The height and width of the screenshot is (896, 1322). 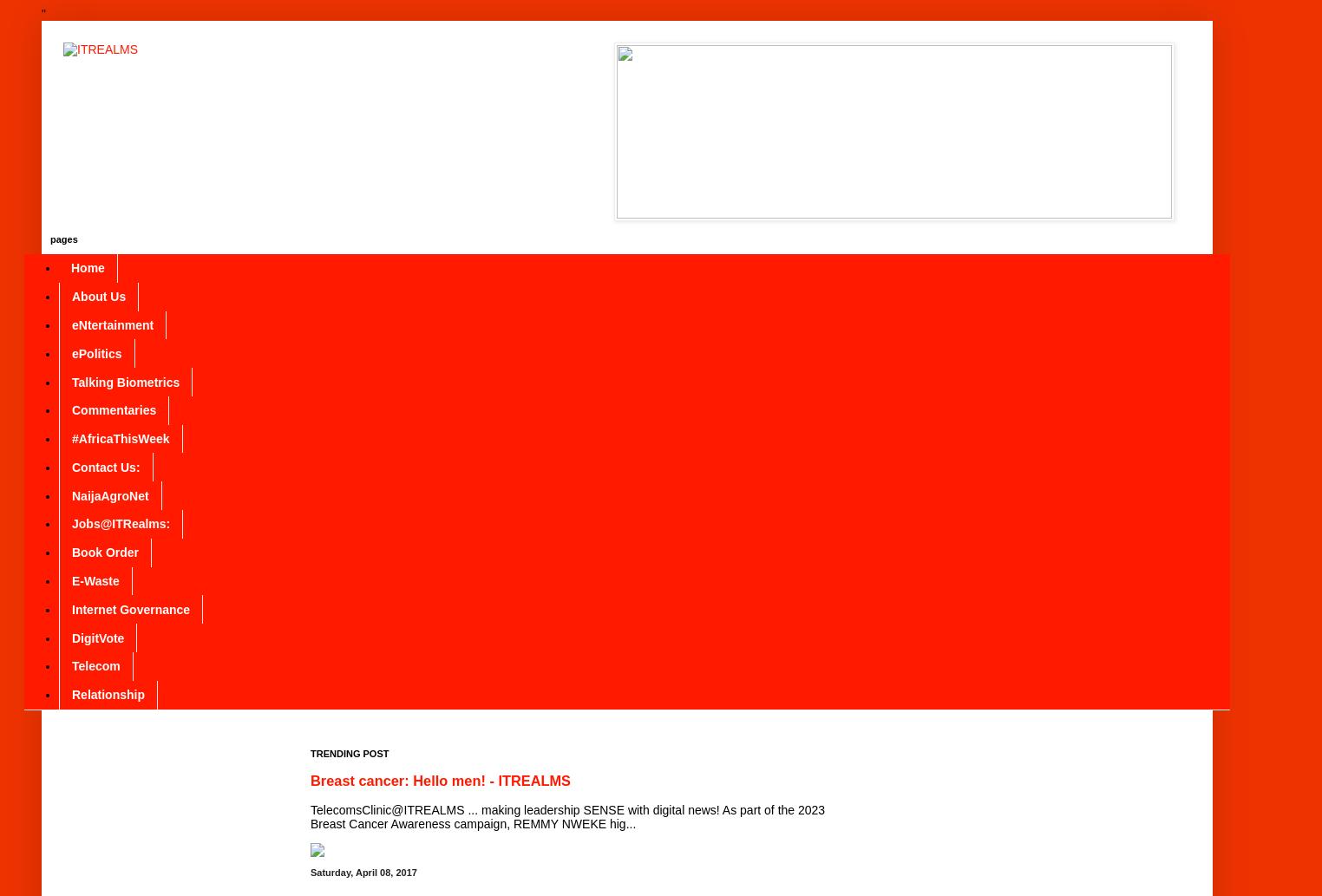 I want to click on 'Jobs@ITRealms:', so click(x=120, y=522).